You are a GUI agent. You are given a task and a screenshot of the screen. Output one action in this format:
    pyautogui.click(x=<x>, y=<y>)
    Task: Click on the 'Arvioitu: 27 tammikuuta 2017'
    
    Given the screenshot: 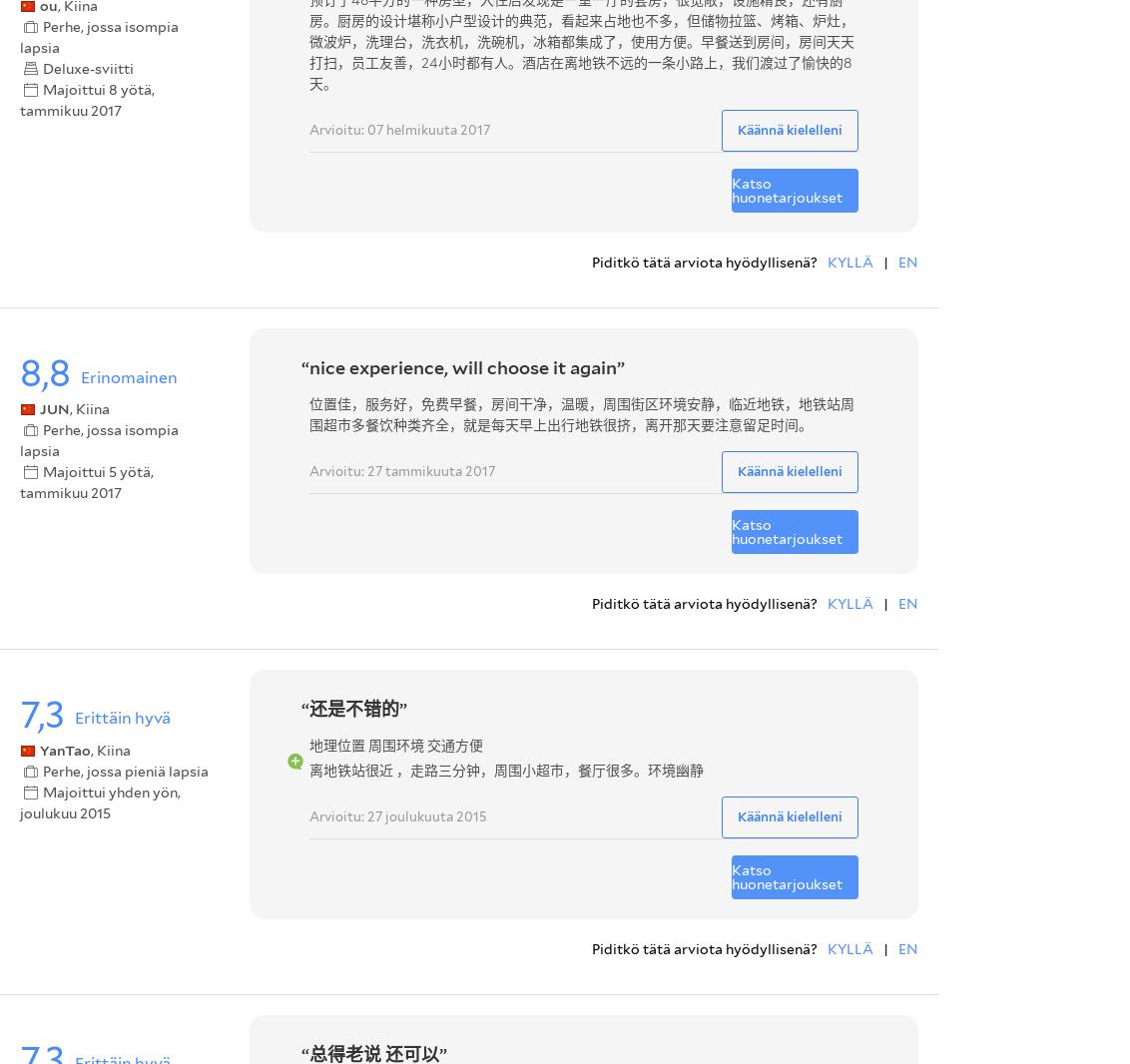 What is the action you would take?
    pyautogui.click(x=400, y=470)
    